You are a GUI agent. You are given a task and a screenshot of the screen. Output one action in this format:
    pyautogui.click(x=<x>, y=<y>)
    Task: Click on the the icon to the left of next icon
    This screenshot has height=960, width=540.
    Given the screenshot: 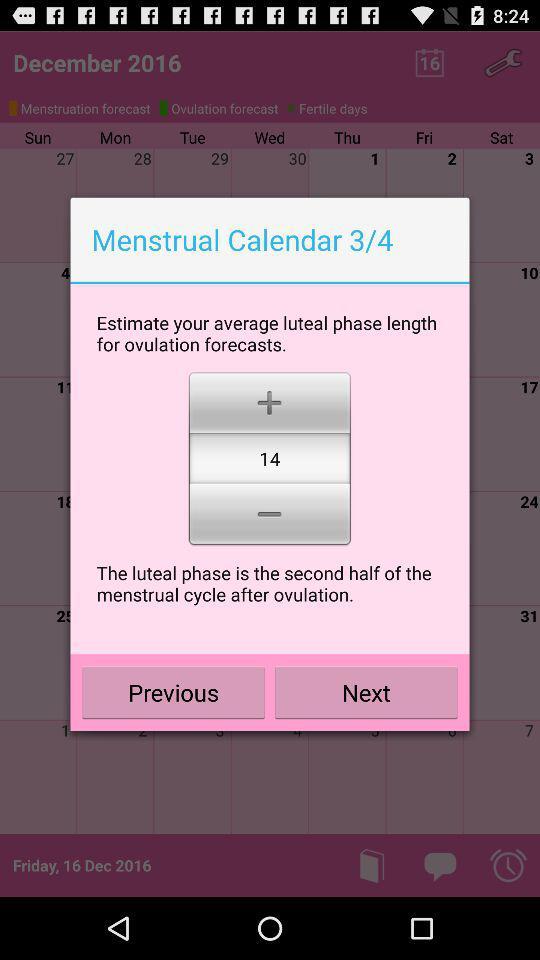 What is the action you would take?
    pyautogui.click(x=173, y=692)
    